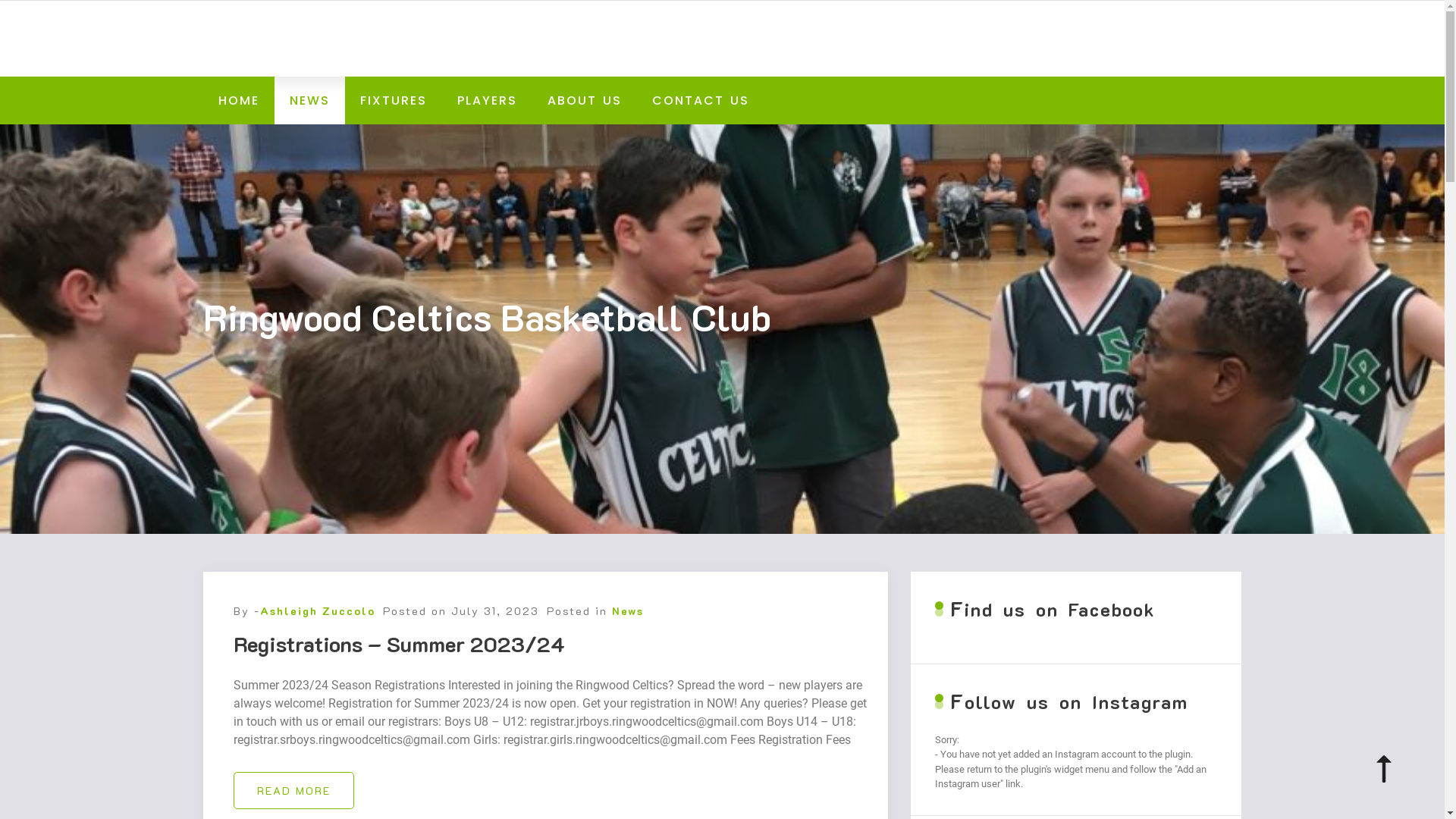 Image resolution: width=1456 pixels, height=819 pixels. Describe the element at coordinates (274, 100) in the screenshot. I see `'NEWS'` at that location.